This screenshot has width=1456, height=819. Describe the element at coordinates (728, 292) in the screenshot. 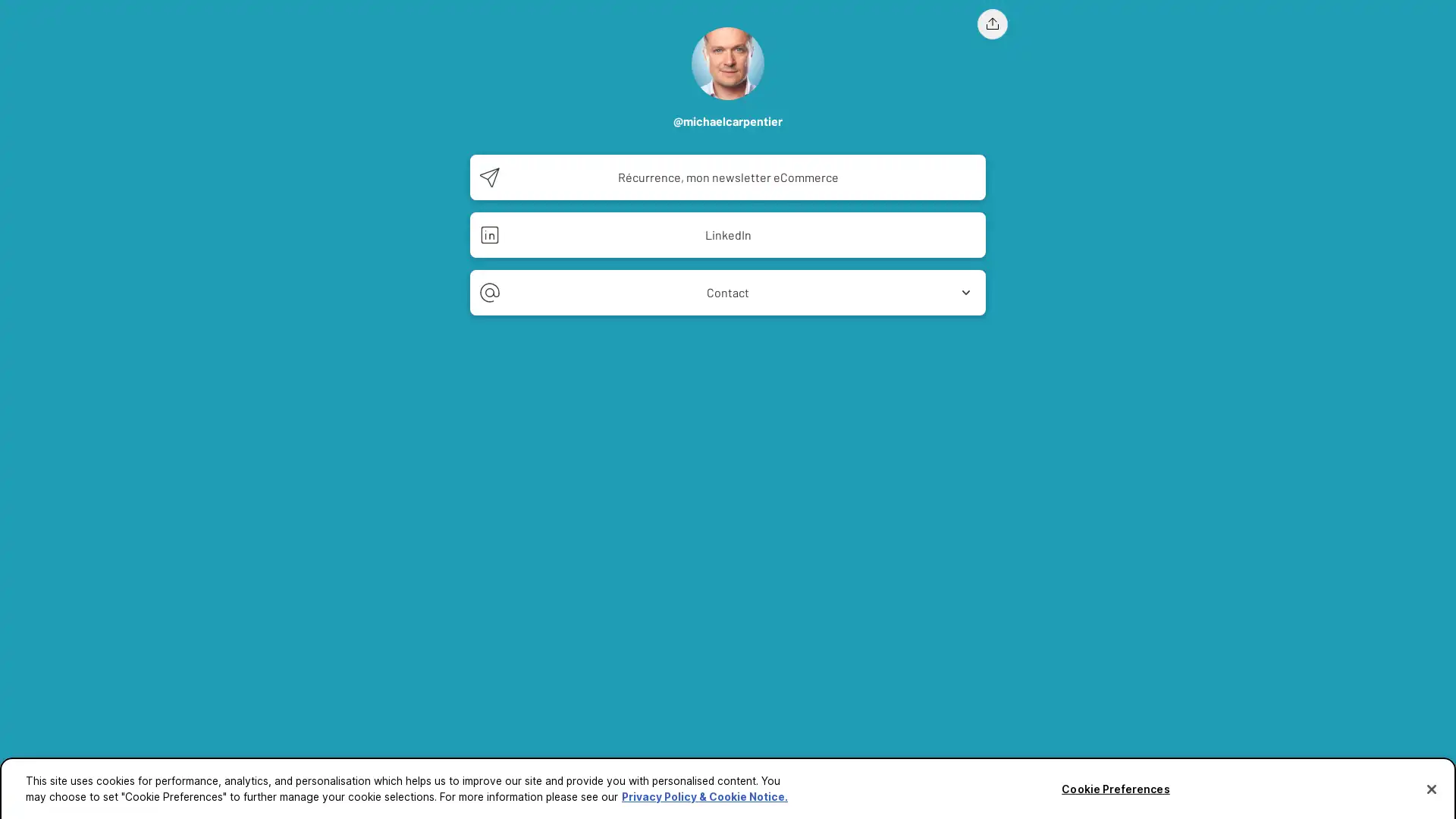

I see `Contact Expand` at that location.